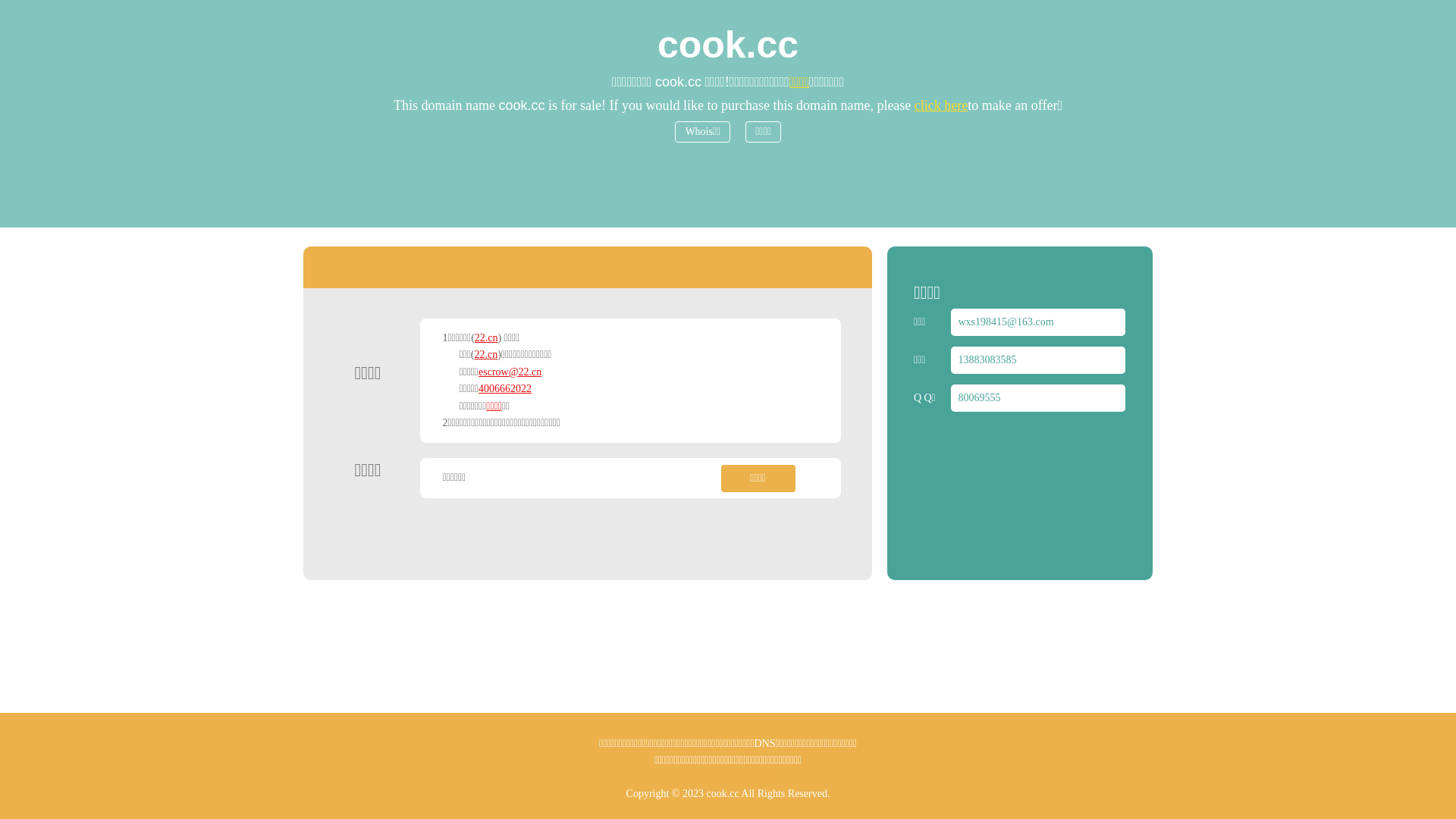 Image resolution: width=1456 pixels, height=819 pixels. Describe the element at coordinates (940, 104) in the screenshot. I see `'click here'` at that location.